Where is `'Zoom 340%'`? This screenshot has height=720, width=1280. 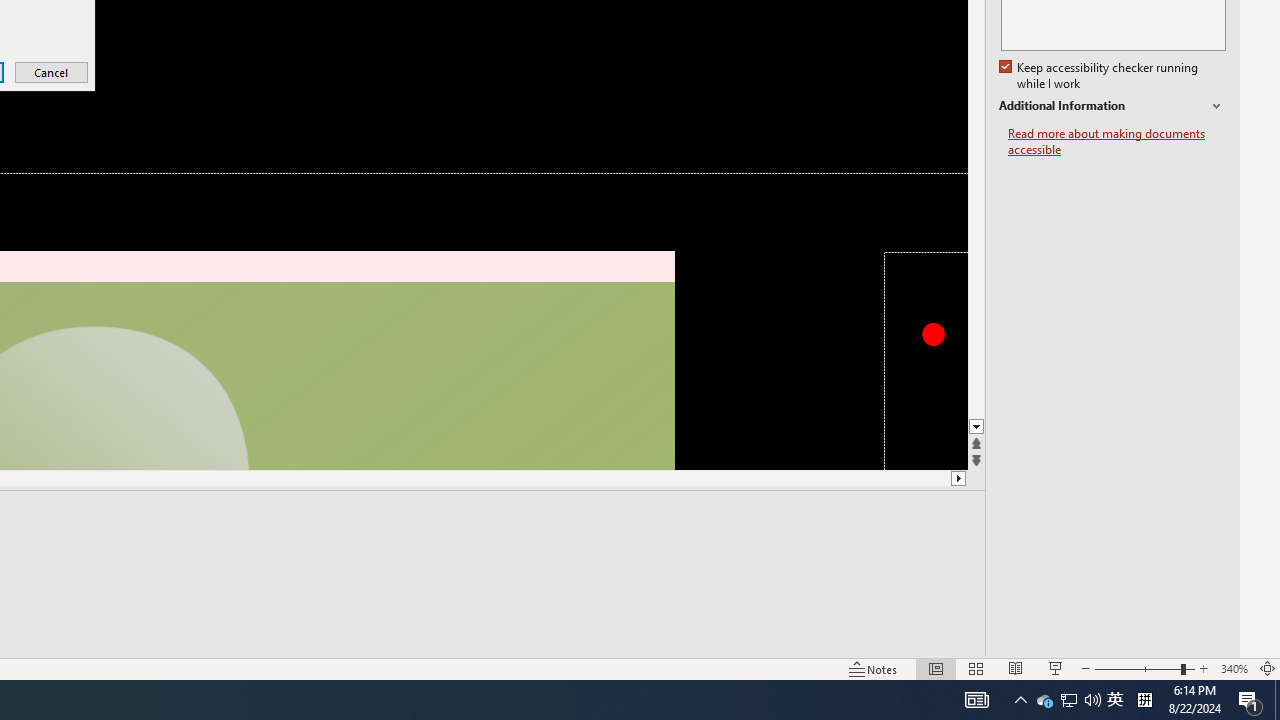 'Zoom 340%' is located at coordinates (1233, 669).